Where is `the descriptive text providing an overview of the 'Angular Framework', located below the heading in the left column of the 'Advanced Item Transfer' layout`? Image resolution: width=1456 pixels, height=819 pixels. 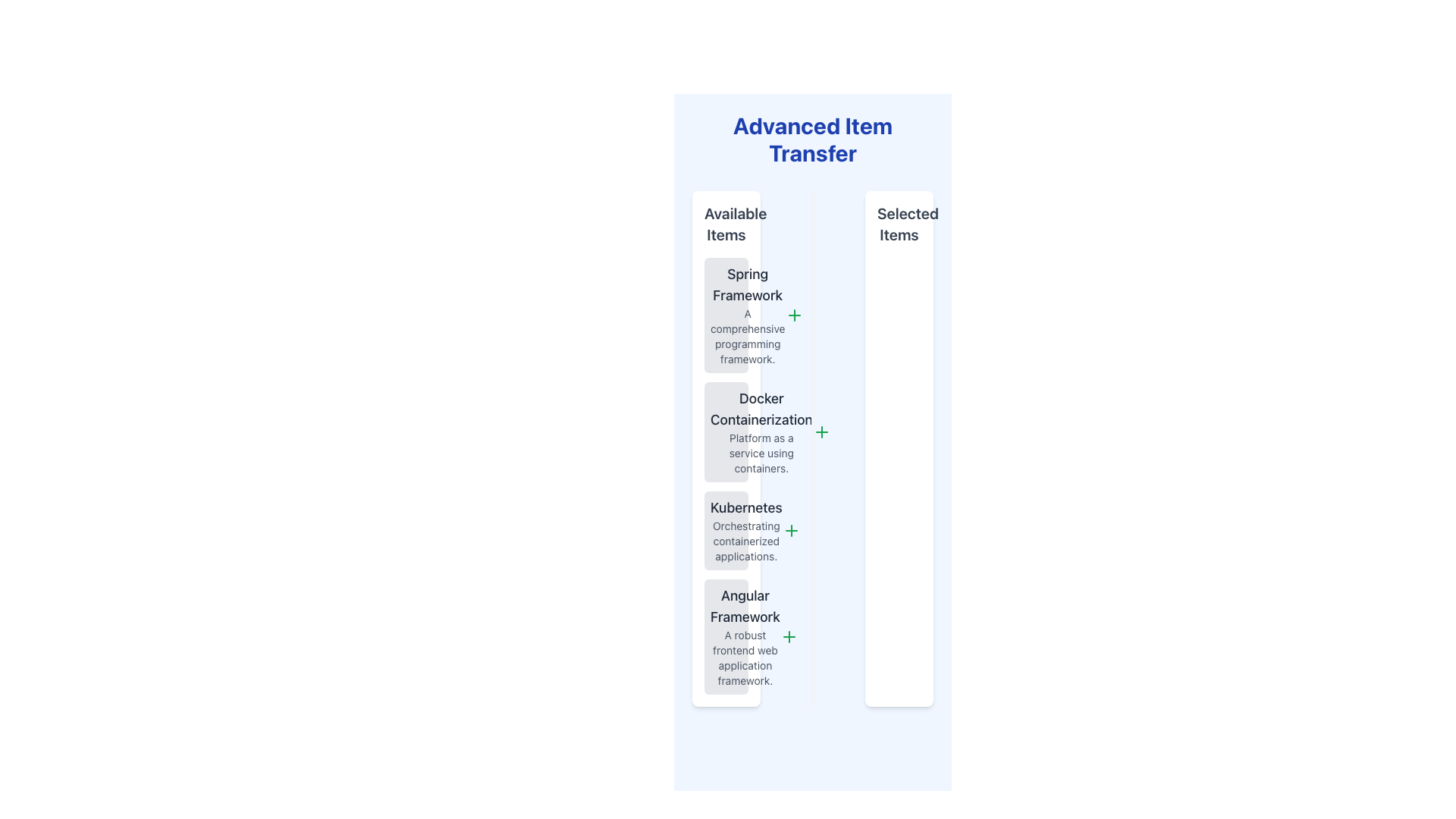
the descriptive text providing an overview of the 'Angular Framework', located below the heading in the left column of the 'Advanced Item Transfer' layout is located at coordinates (745, 657).